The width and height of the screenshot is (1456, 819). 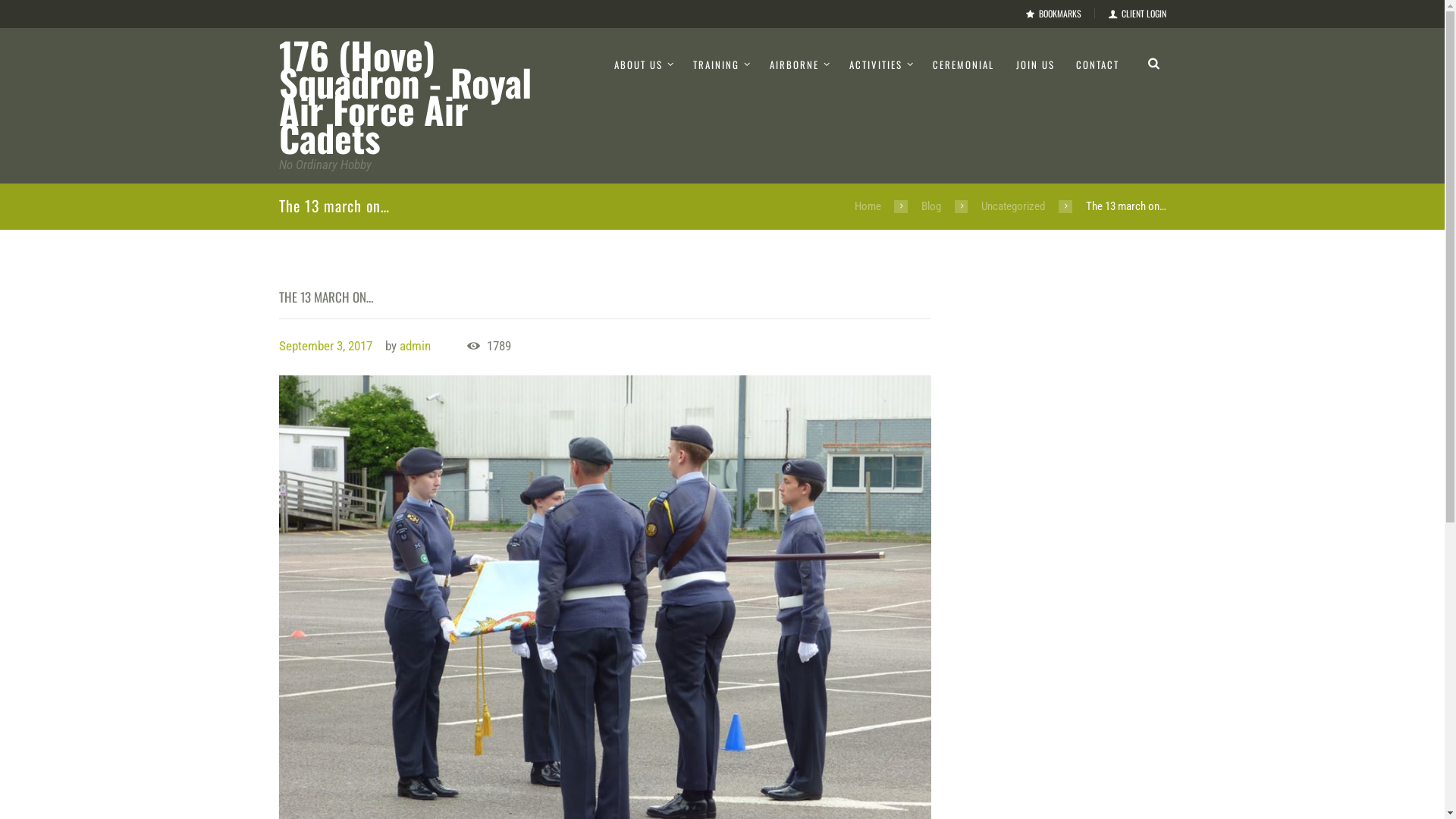 I want to click on 'BOOKMARKS', so click(x=1053, y=14).